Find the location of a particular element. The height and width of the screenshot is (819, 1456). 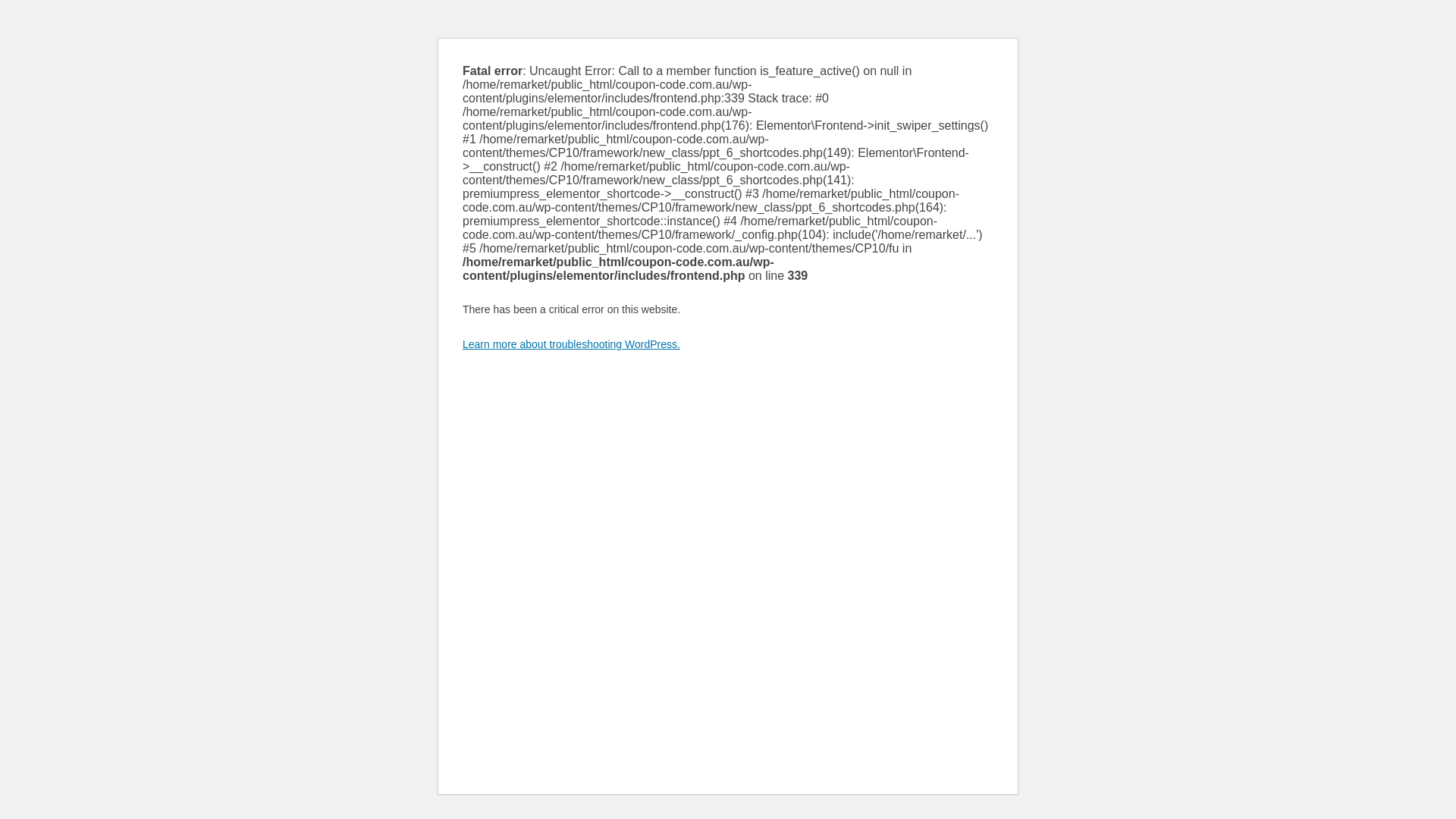

'Learn more about troubleshooting WordPress.' is located at coordinates (570, 344).